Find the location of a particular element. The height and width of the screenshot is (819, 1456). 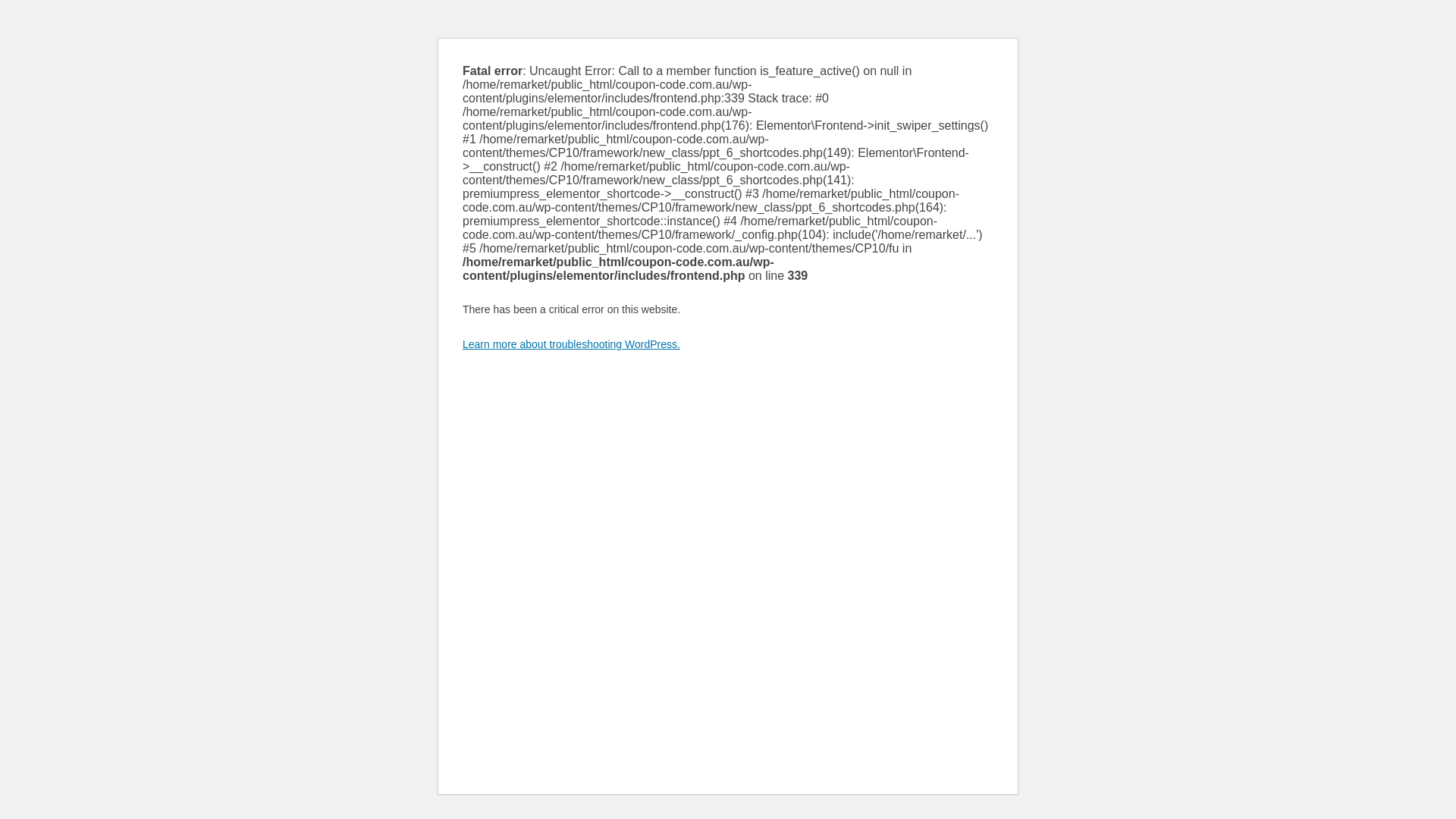

'Learn more about troubleshooting WordPress.' is located at coordinates (570, 344).